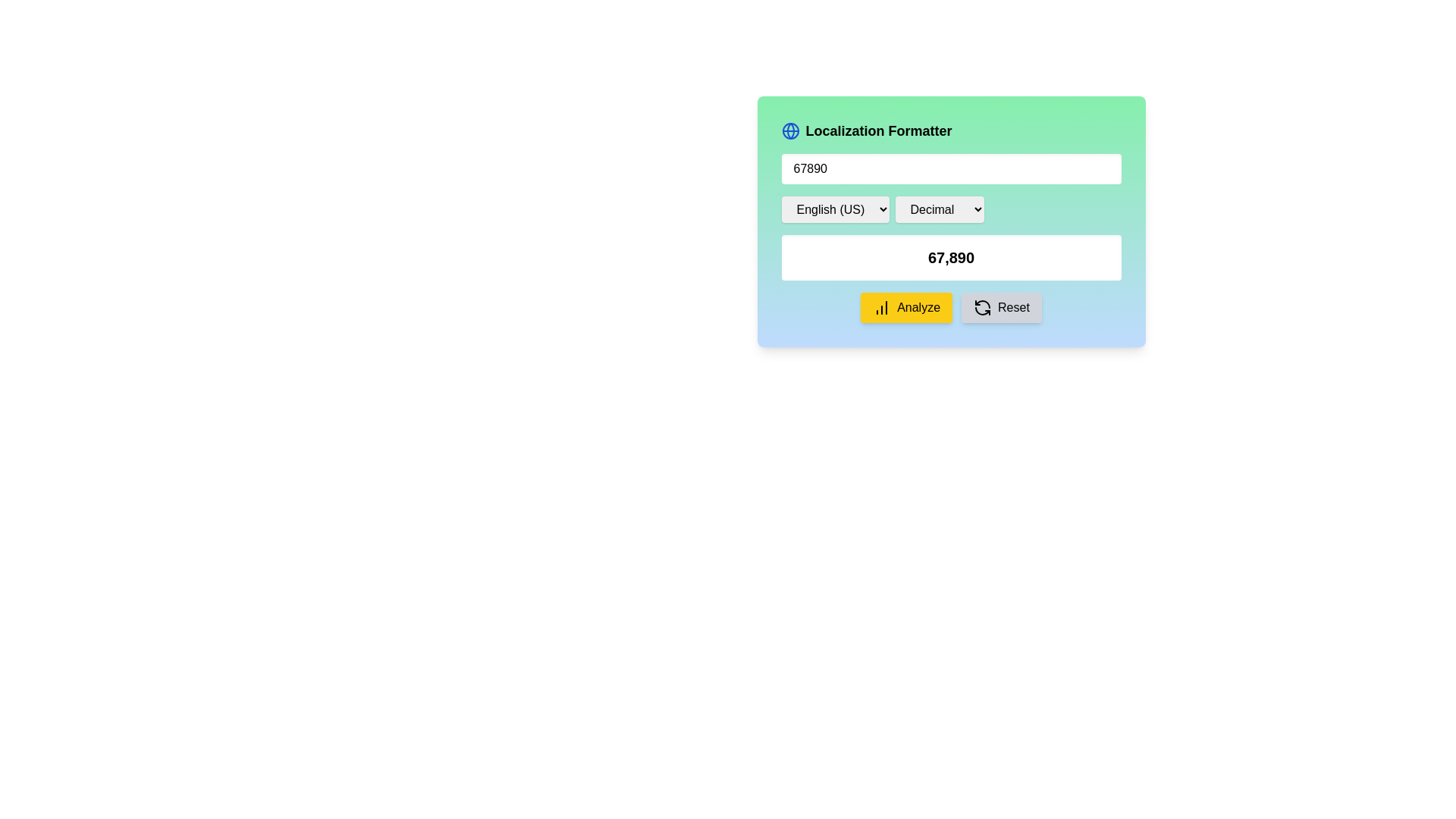 This screenshot has height=819, width=1456. What do you see at coordinates (834, 209) in the screenshot?
I see `the dropdown menu labeled 'English (US)'` at bounding box center [834, 209].